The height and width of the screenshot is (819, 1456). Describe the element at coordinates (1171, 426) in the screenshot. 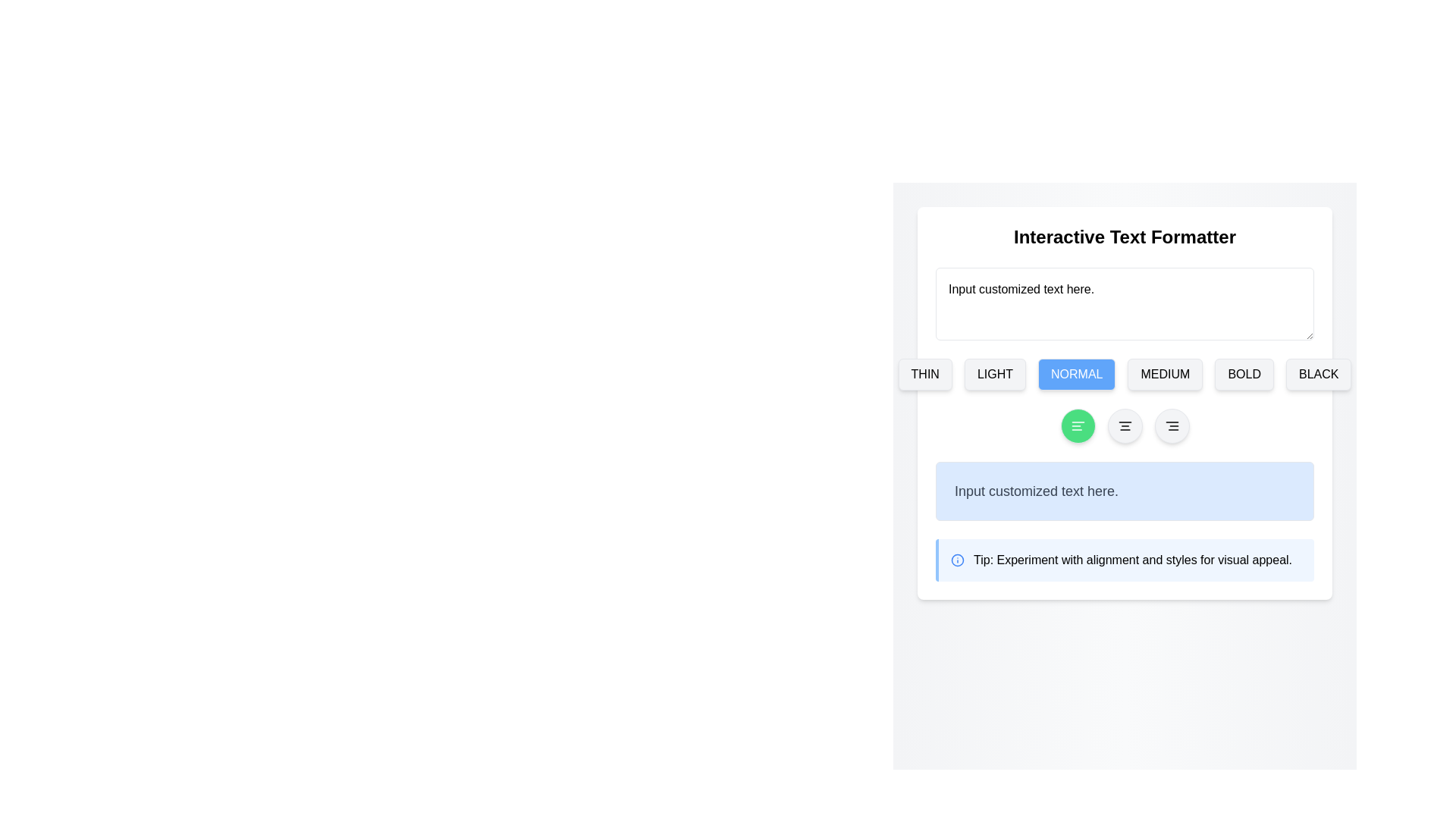

I see `the third icon in the horizontal group of alignment icons to change the text alignment to 'right align'` at that location.